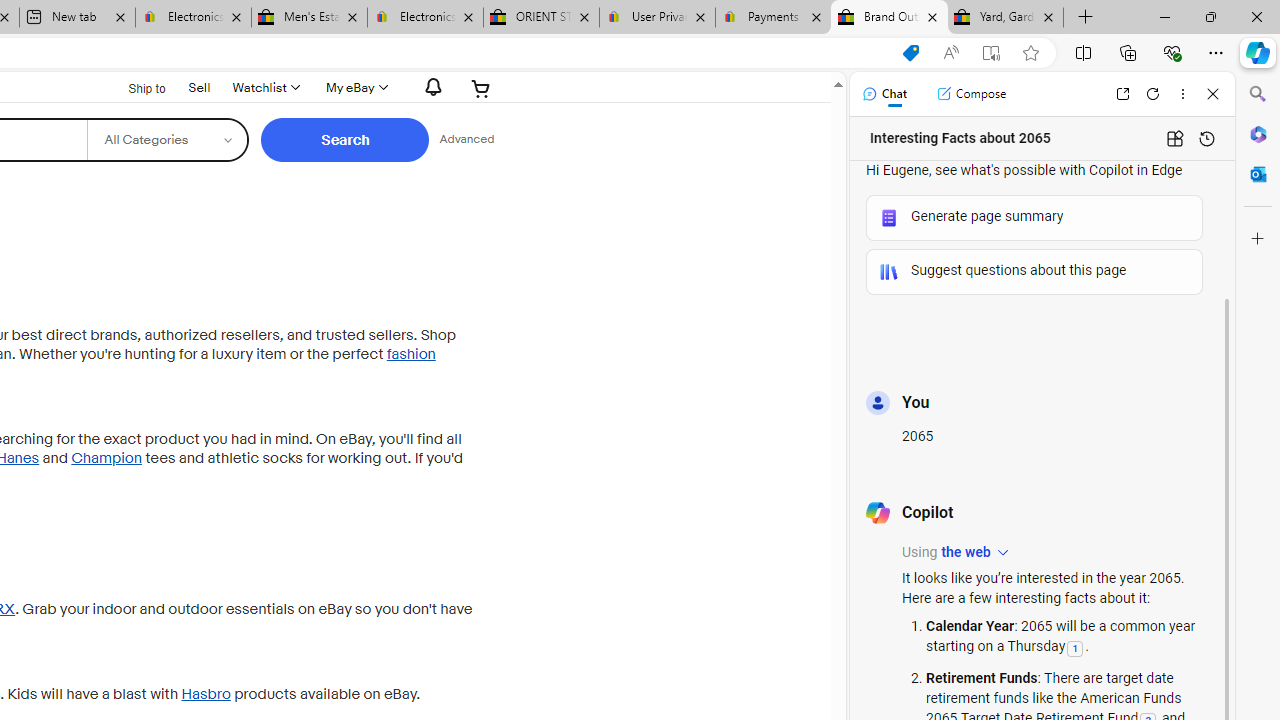 Image resolution: width=1280 pixels, height=720 pixels. Describe the element at coordinates (167, 139) in the screenshot. I see `'Select a category for search'` at that location.